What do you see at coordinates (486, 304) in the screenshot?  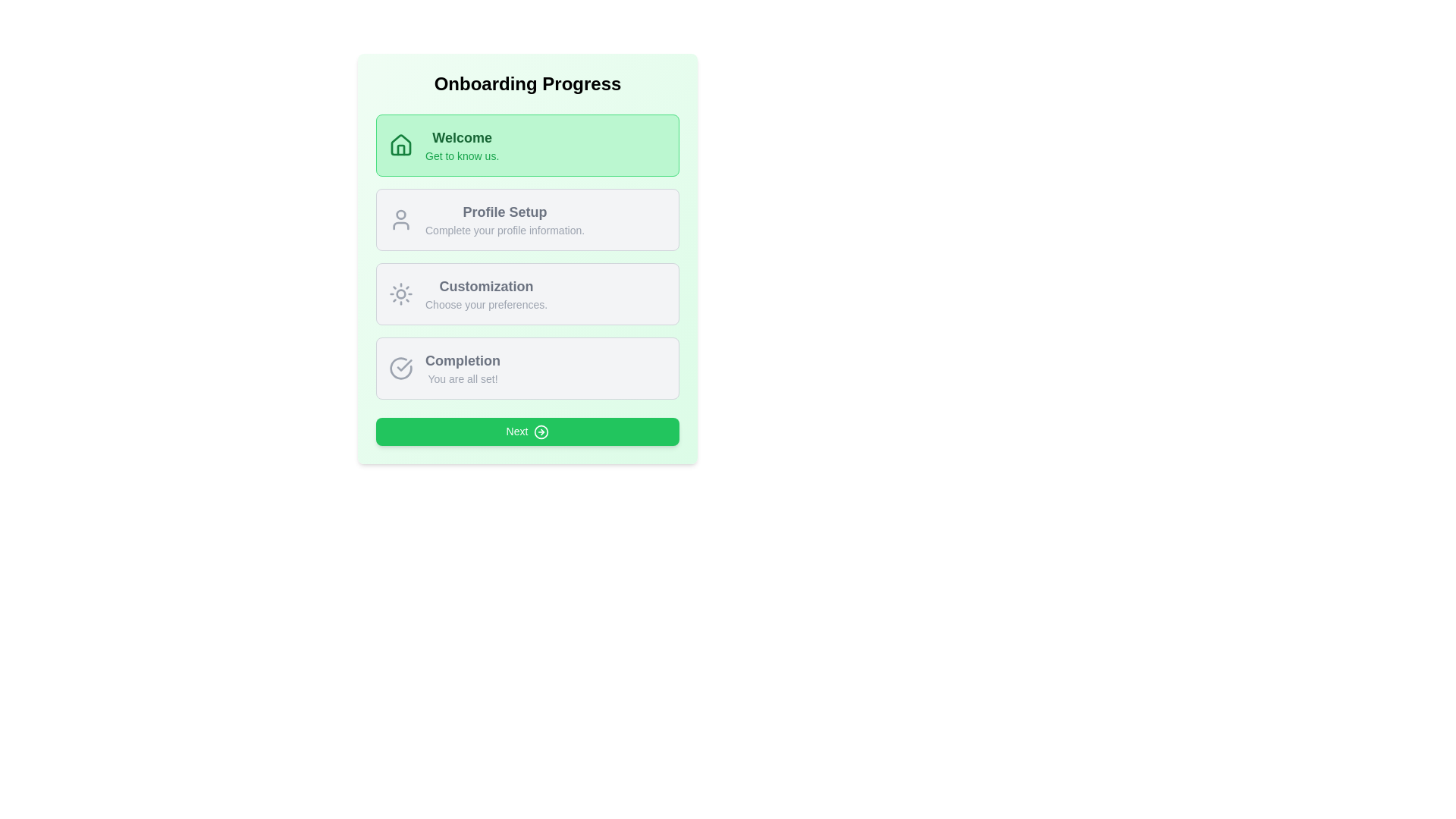 I see `the informational label located beneath the 'Customization' title in the third step of the onboarding progress interface` at bounding box center [486, 304].